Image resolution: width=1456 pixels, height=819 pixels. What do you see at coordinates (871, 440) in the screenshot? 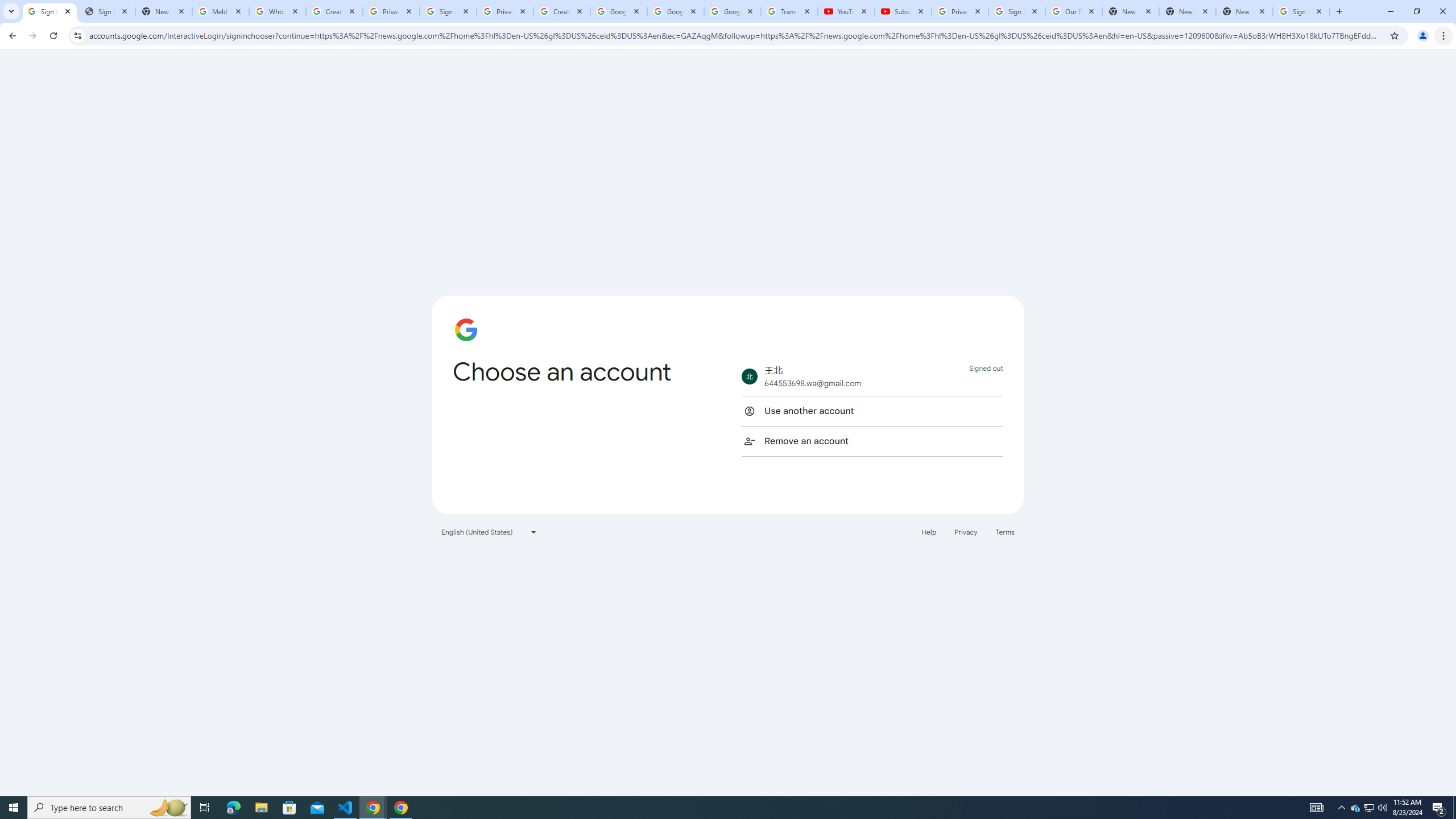
I see `'Remove an account'` at bounding box center [871, 440].